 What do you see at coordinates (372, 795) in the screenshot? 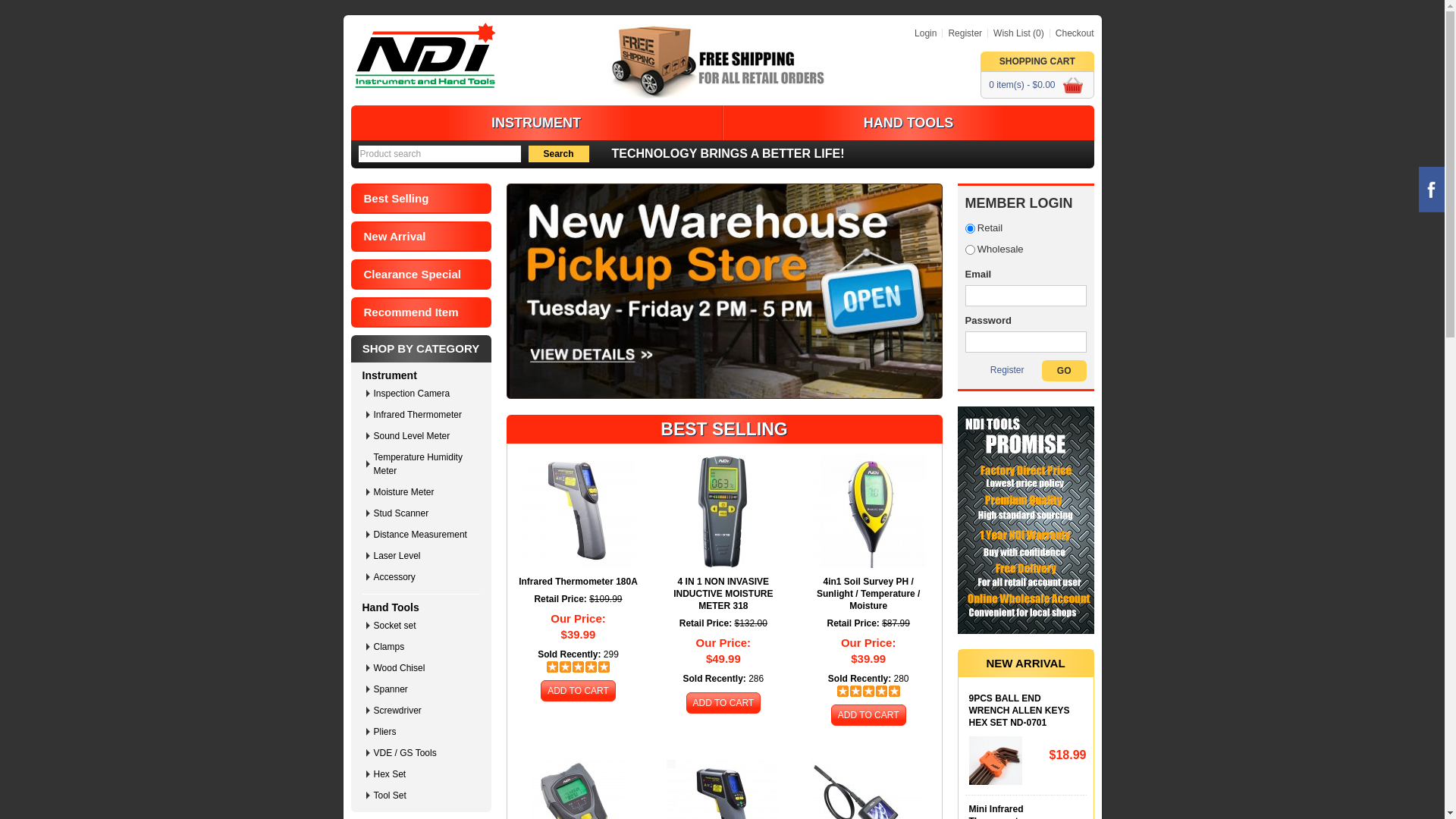
I see `'Tool Set'` at bounding box center [372, 795].